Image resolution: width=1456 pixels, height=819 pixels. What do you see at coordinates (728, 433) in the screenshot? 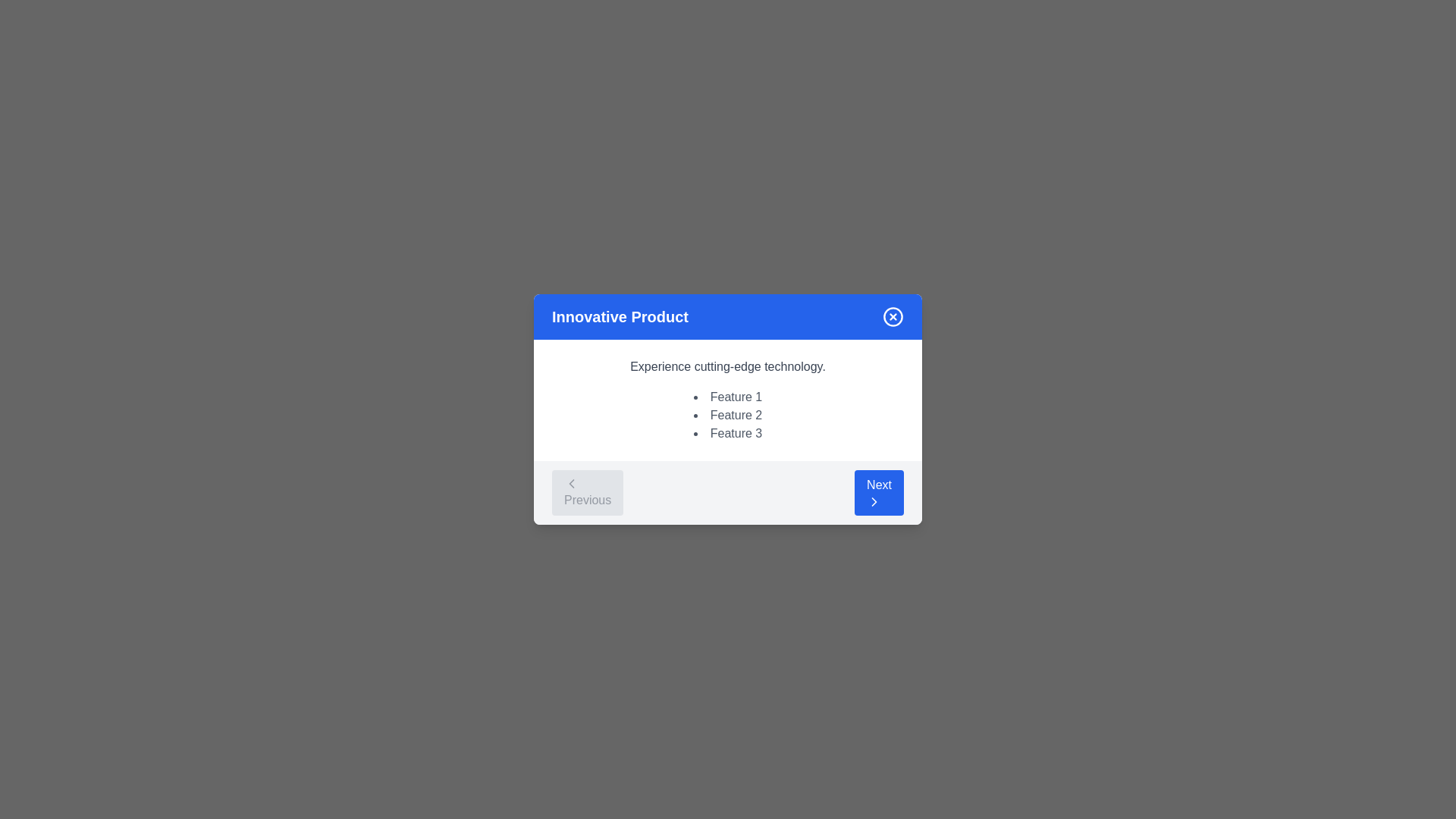
I see `the static text label that describes a feature in the dialog box titled 'Innovative Product', located centrally below 'Feature 1' and 'Feature 2'` at bounding box center [728, 433].